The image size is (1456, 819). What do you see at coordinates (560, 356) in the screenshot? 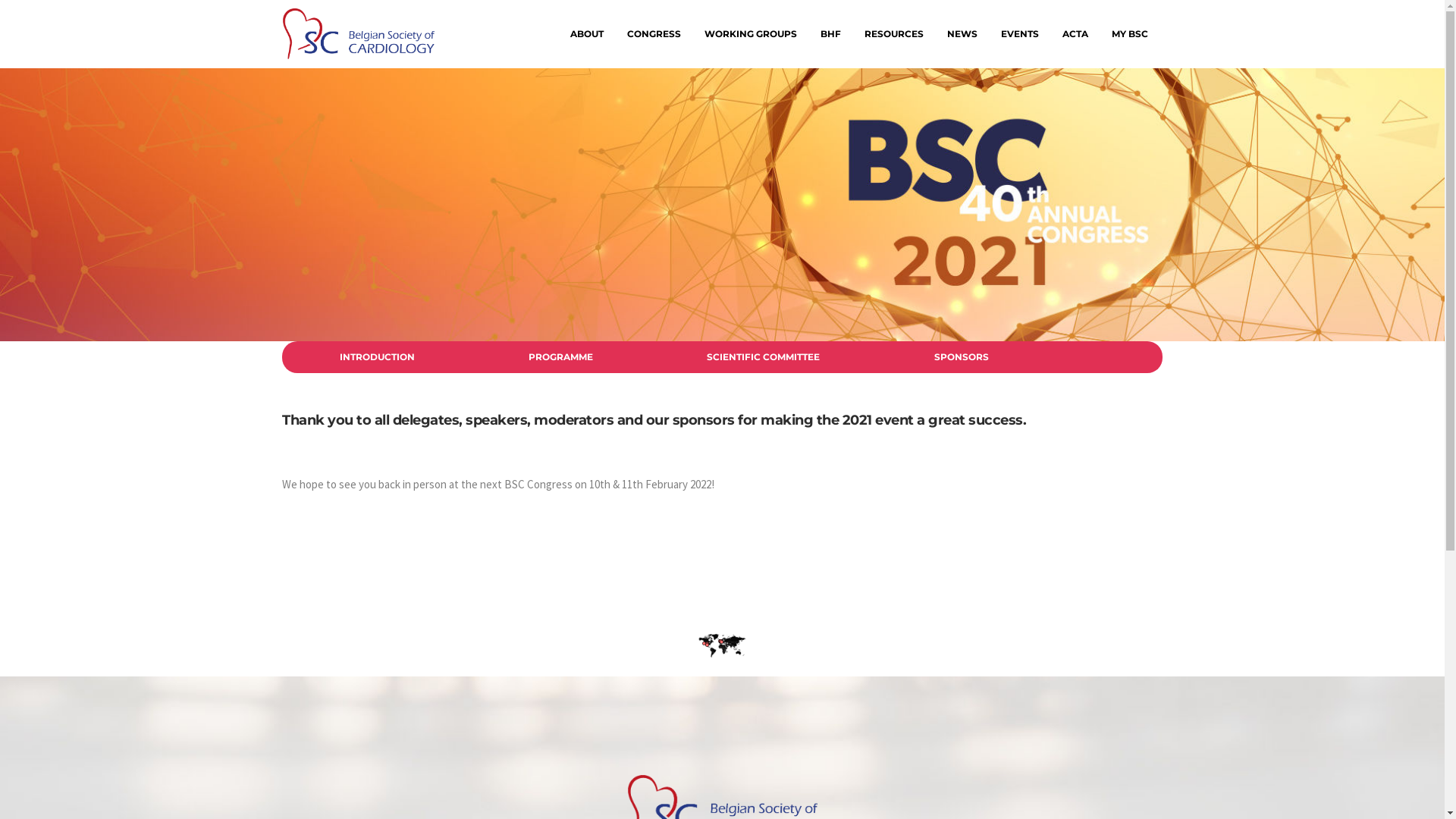
I see `'PROGRAMME'` at bounding box center [560, 356].